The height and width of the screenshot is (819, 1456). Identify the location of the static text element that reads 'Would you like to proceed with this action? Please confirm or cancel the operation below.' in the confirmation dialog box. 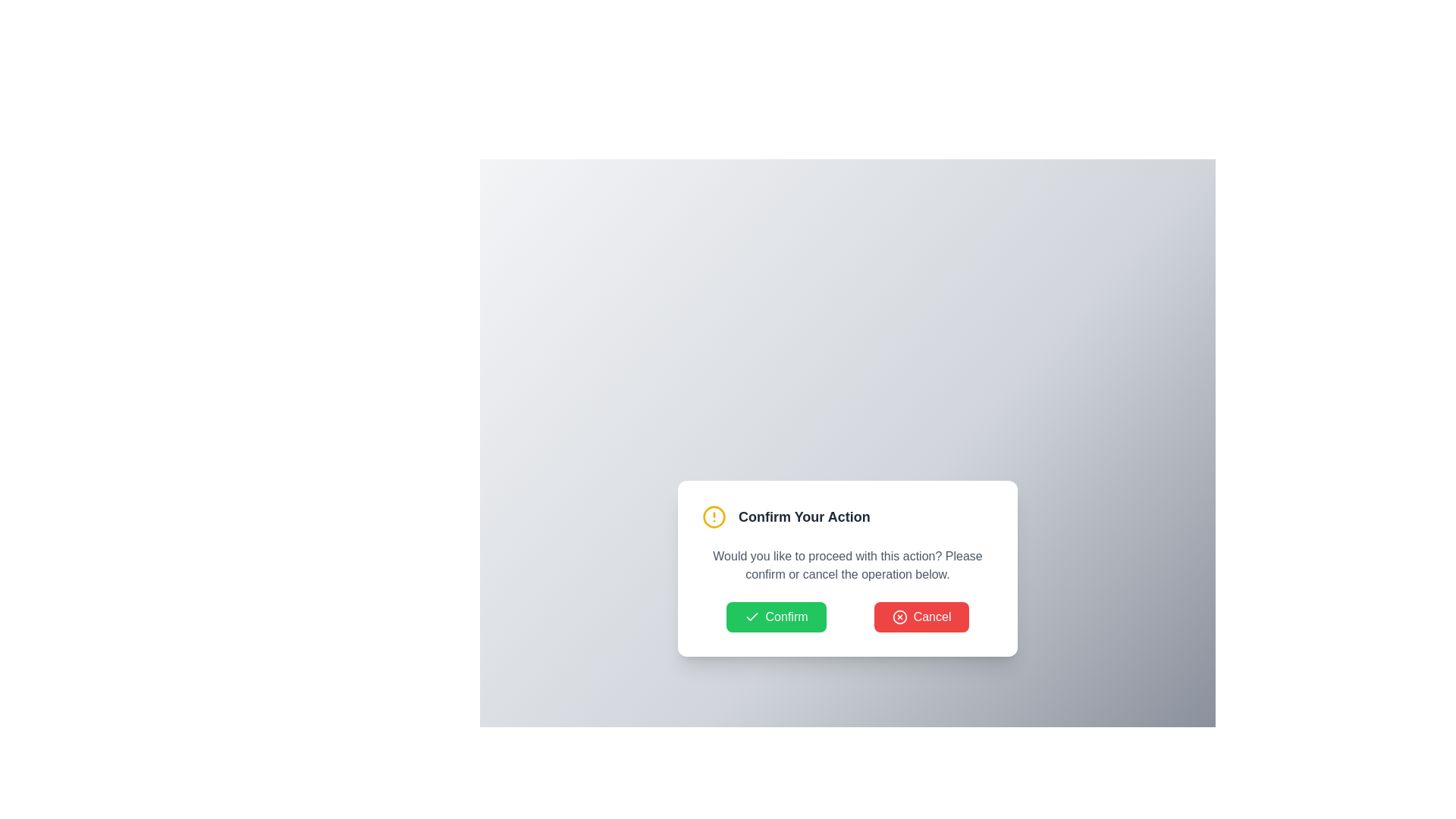
(847, 565).